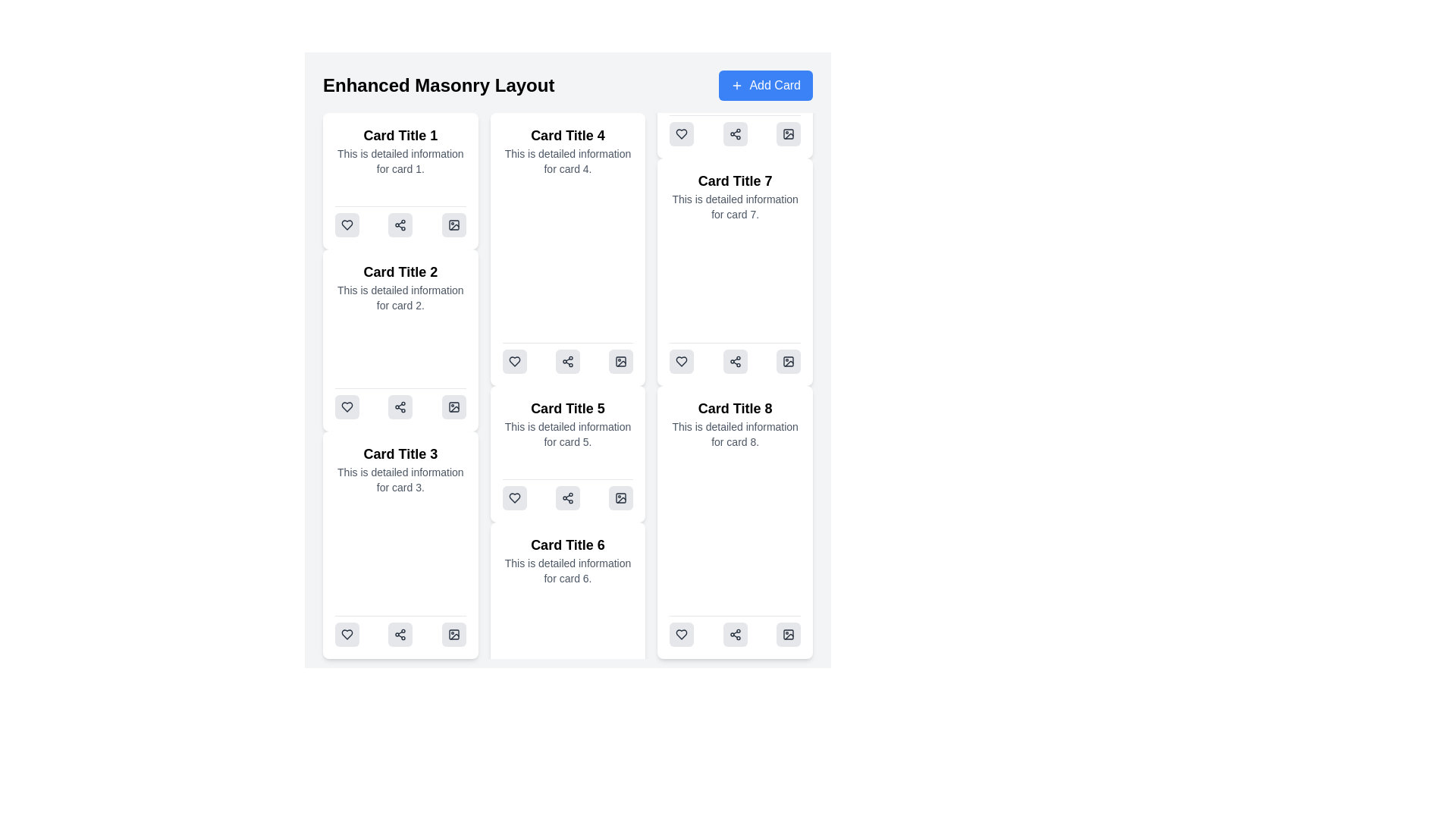 The height and width of the screenshot is (819, 1456). I want to click on the square button with a gray background and a picture frame icon located near the bottom-right corner of 'Card Title 8', which is the third button in a horizontal row of three buttons, so click(789, 362).